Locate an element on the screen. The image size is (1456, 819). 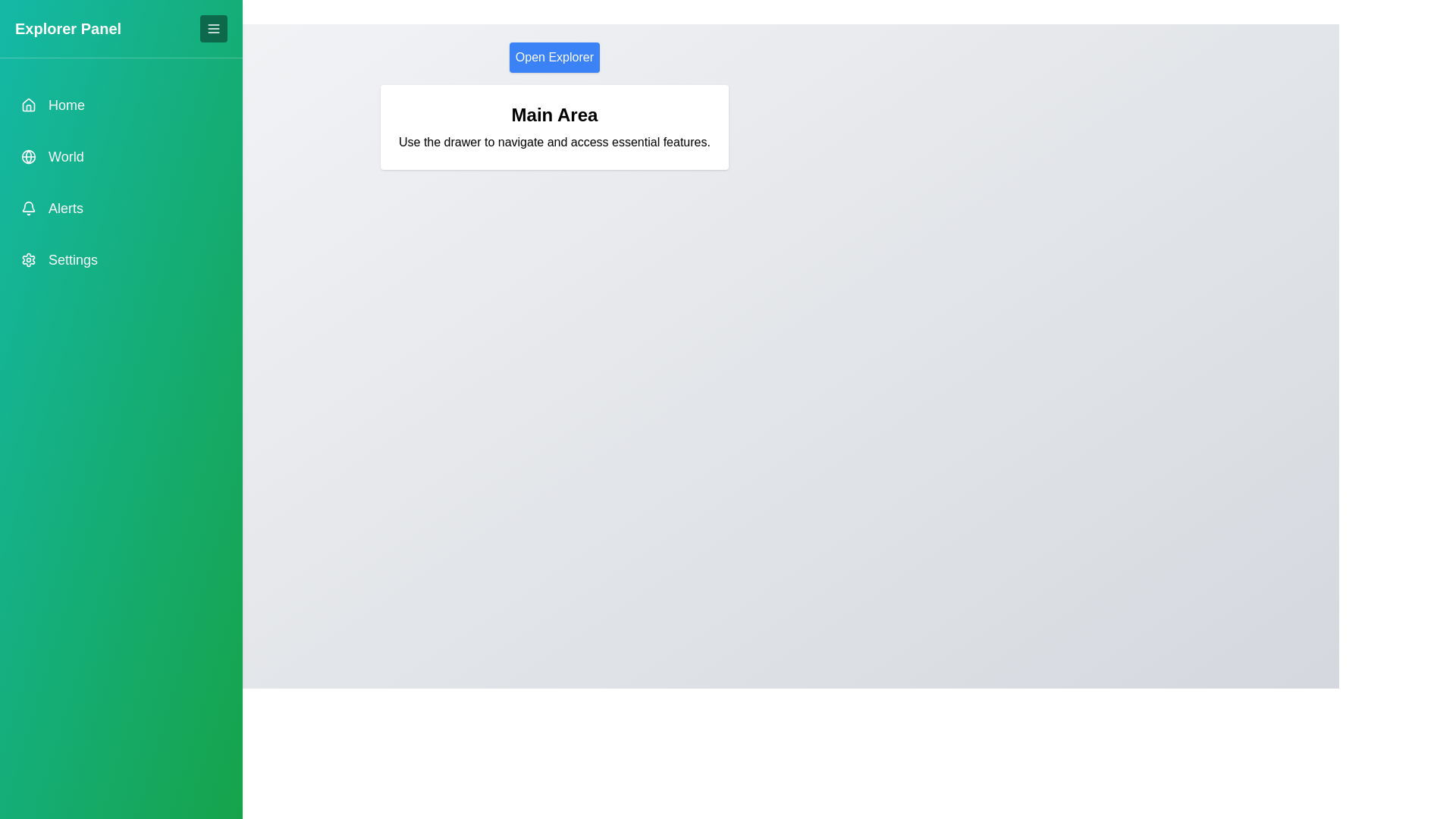
toggle button to toggle the drawer visibility is located at coordinates (213, 29).